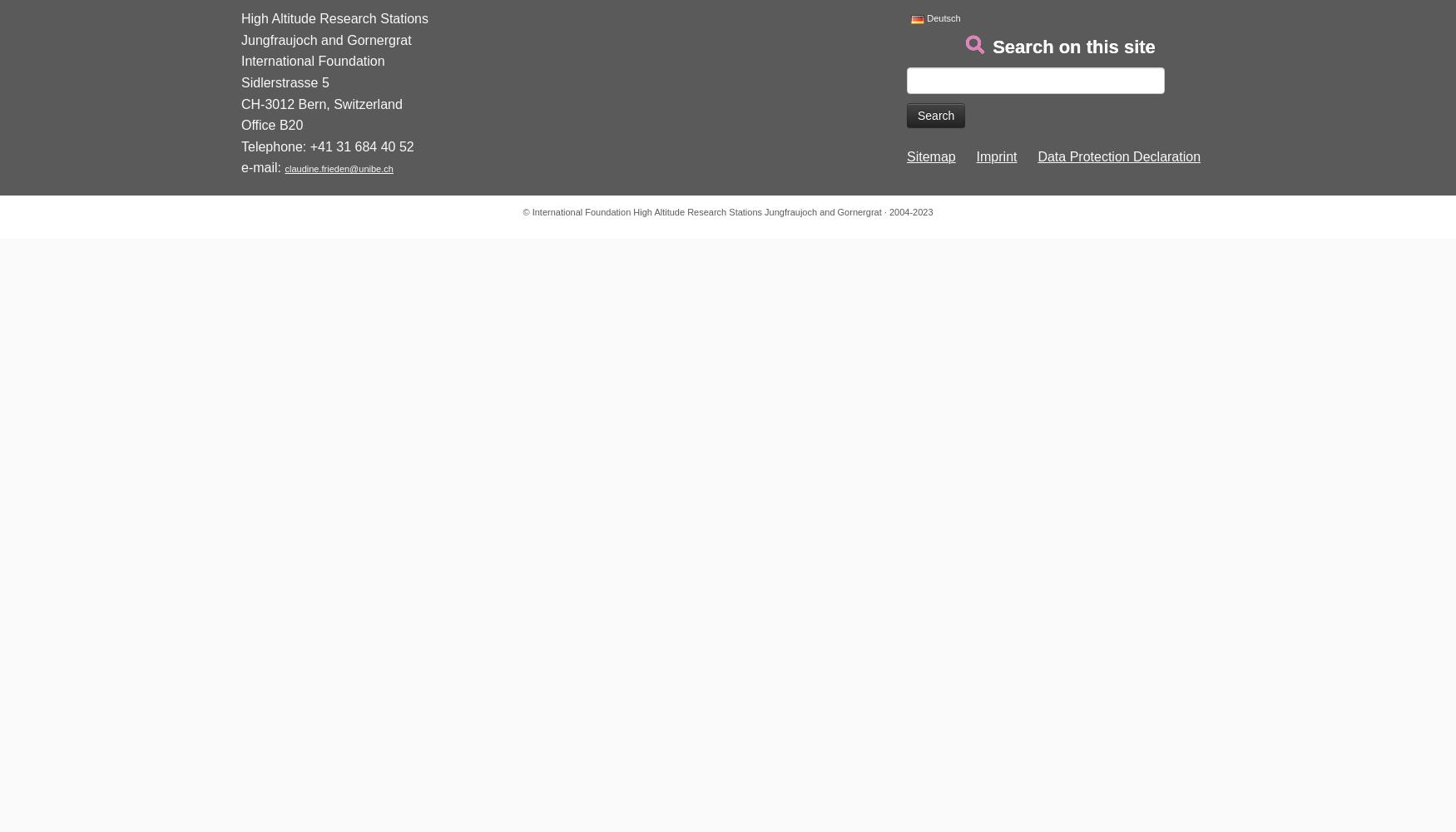  Describe the element at coordinates (975, 156) in the screenshot. I see `'Imprint'` at that location.